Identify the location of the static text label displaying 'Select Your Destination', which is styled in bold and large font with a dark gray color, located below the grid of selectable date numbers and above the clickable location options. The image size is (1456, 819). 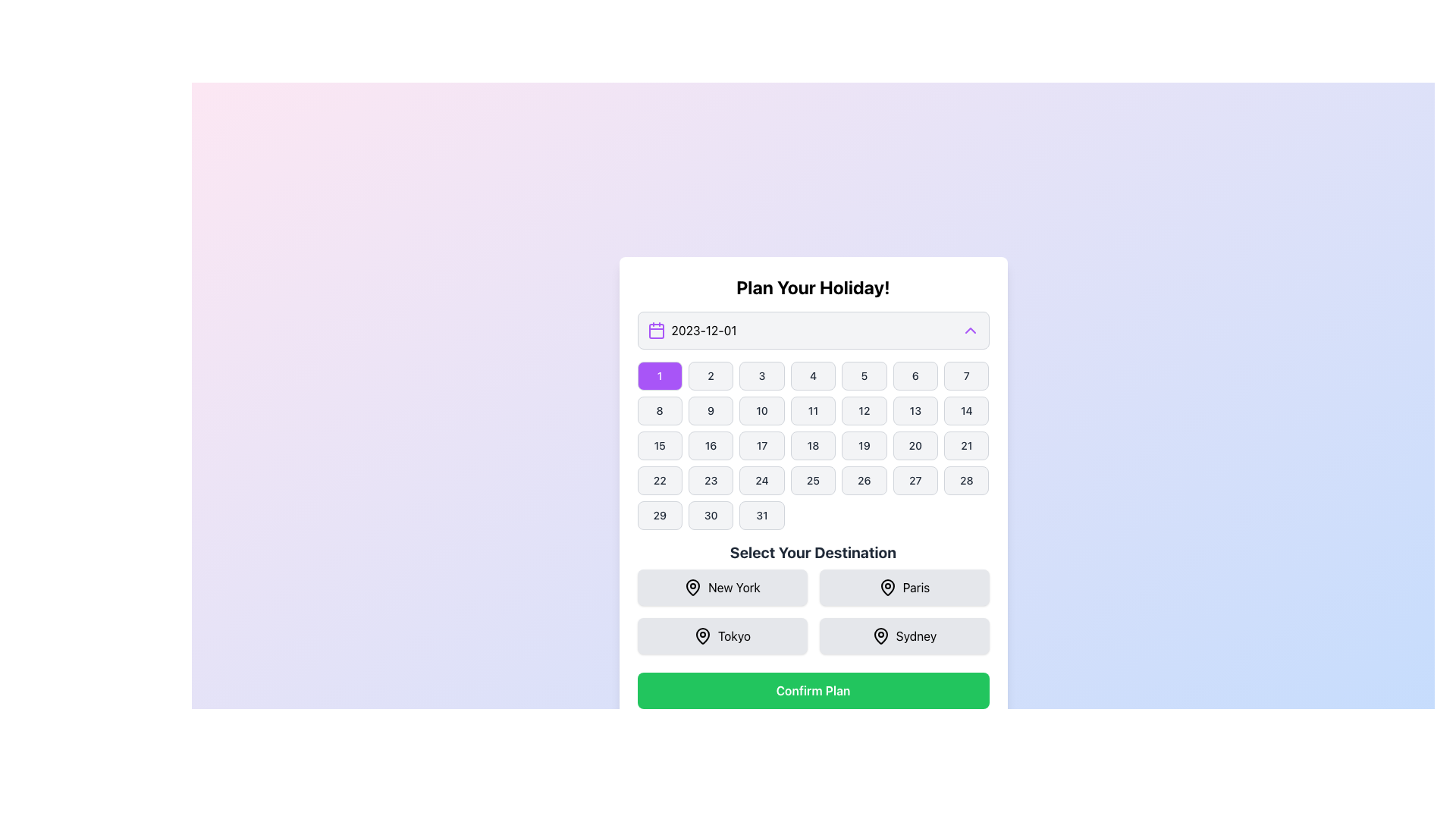
(812, 553).